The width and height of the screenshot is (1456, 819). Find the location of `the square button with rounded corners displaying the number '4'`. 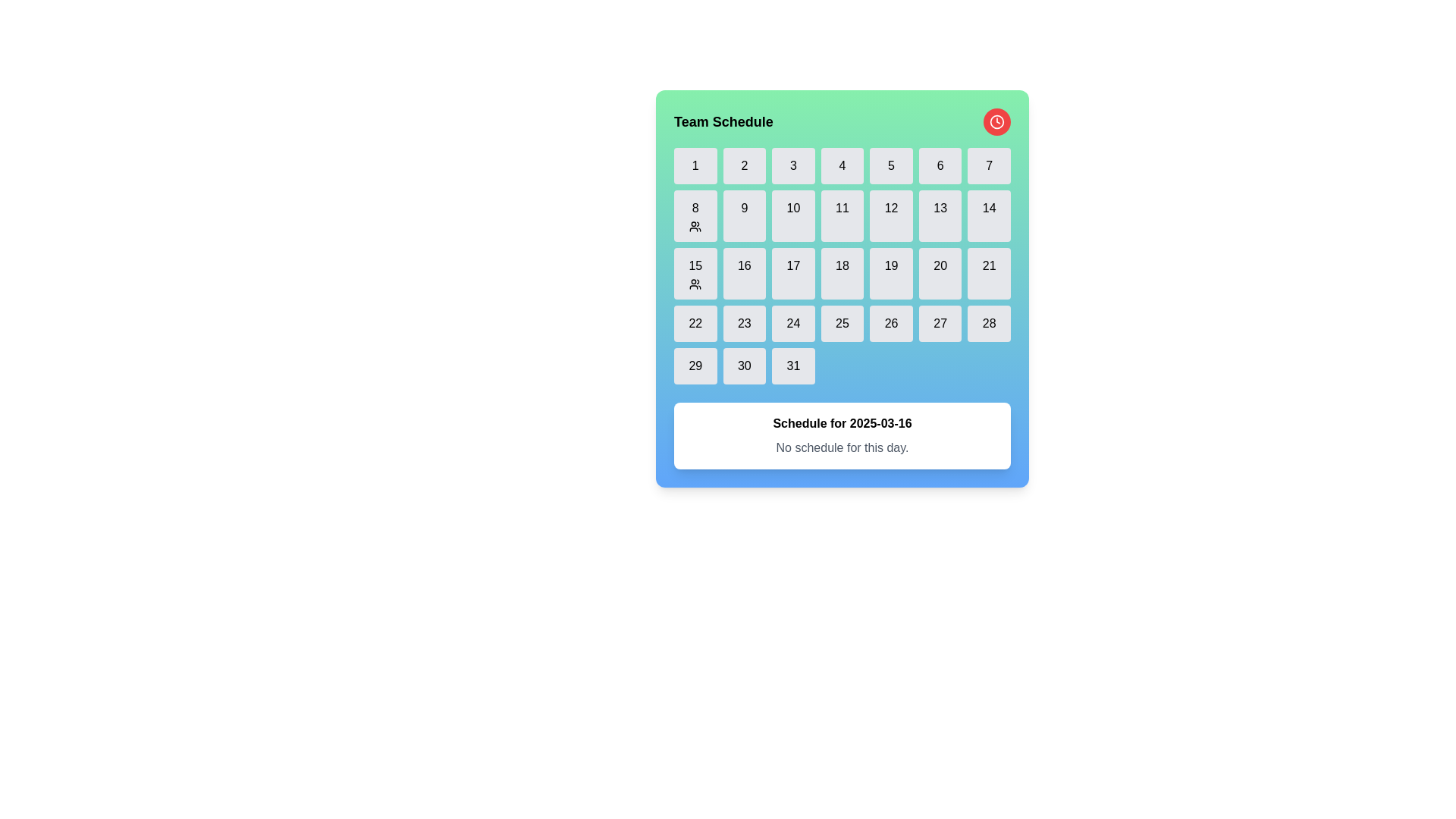

the square button with rounded corners displaying the number '4' is located at coordinates (841, 166).